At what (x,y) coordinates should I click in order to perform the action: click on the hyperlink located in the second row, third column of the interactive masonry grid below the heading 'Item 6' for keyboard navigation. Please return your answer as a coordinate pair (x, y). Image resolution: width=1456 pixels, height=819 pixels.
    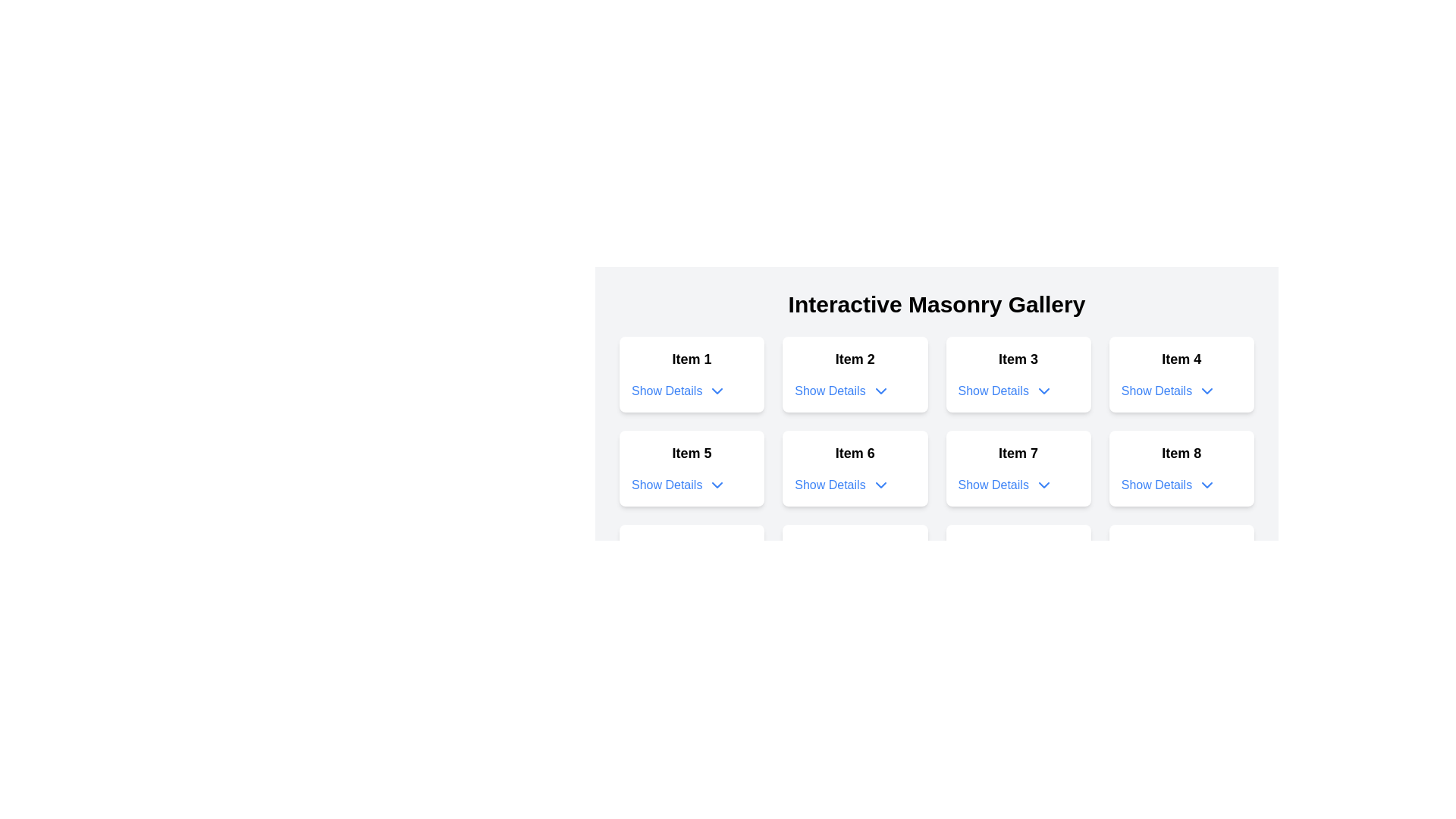
    Looking at the image, I should click on (841, 485).